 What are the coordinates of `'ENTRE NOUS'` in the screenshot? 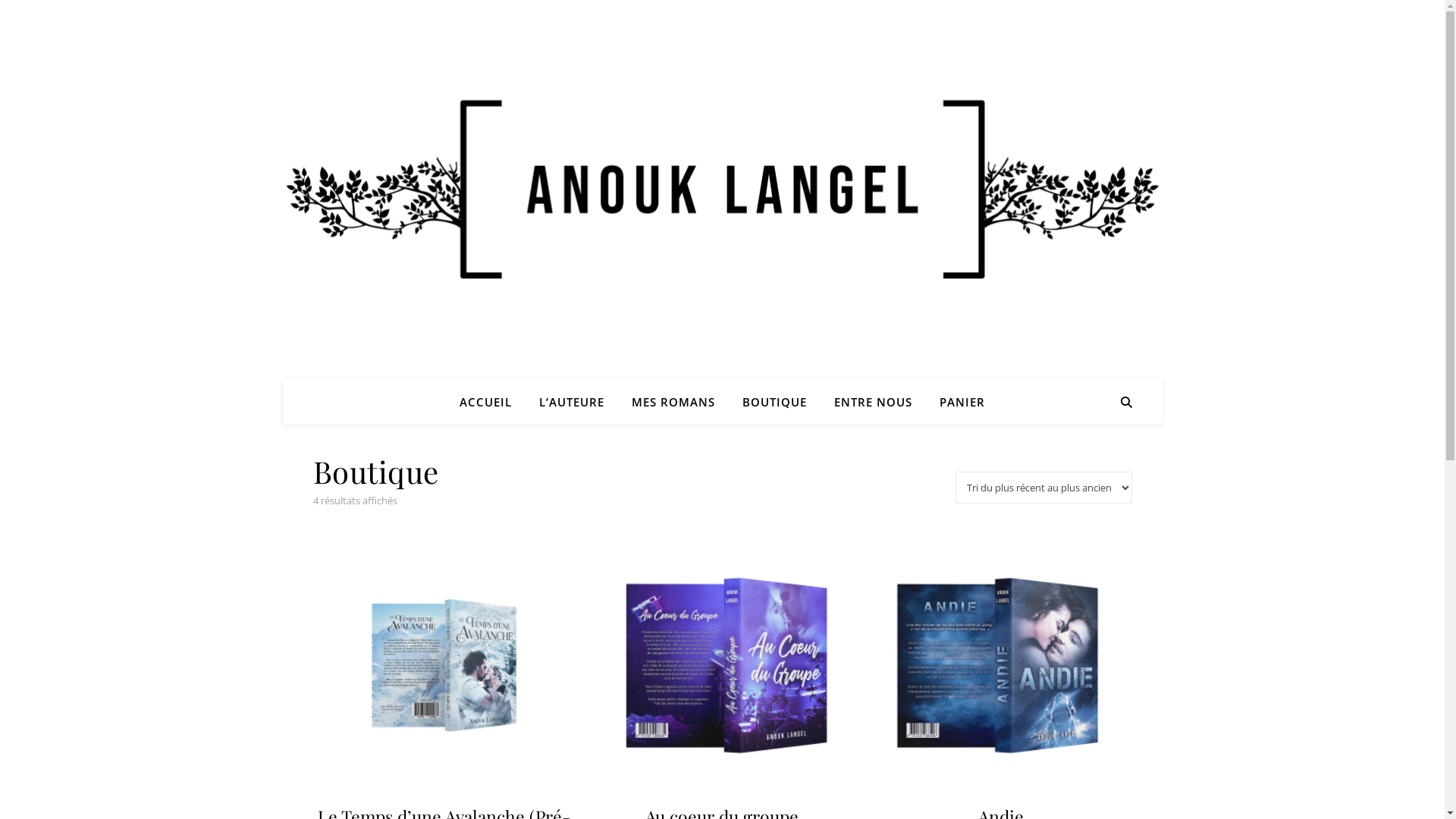 It's located at (821, 400).